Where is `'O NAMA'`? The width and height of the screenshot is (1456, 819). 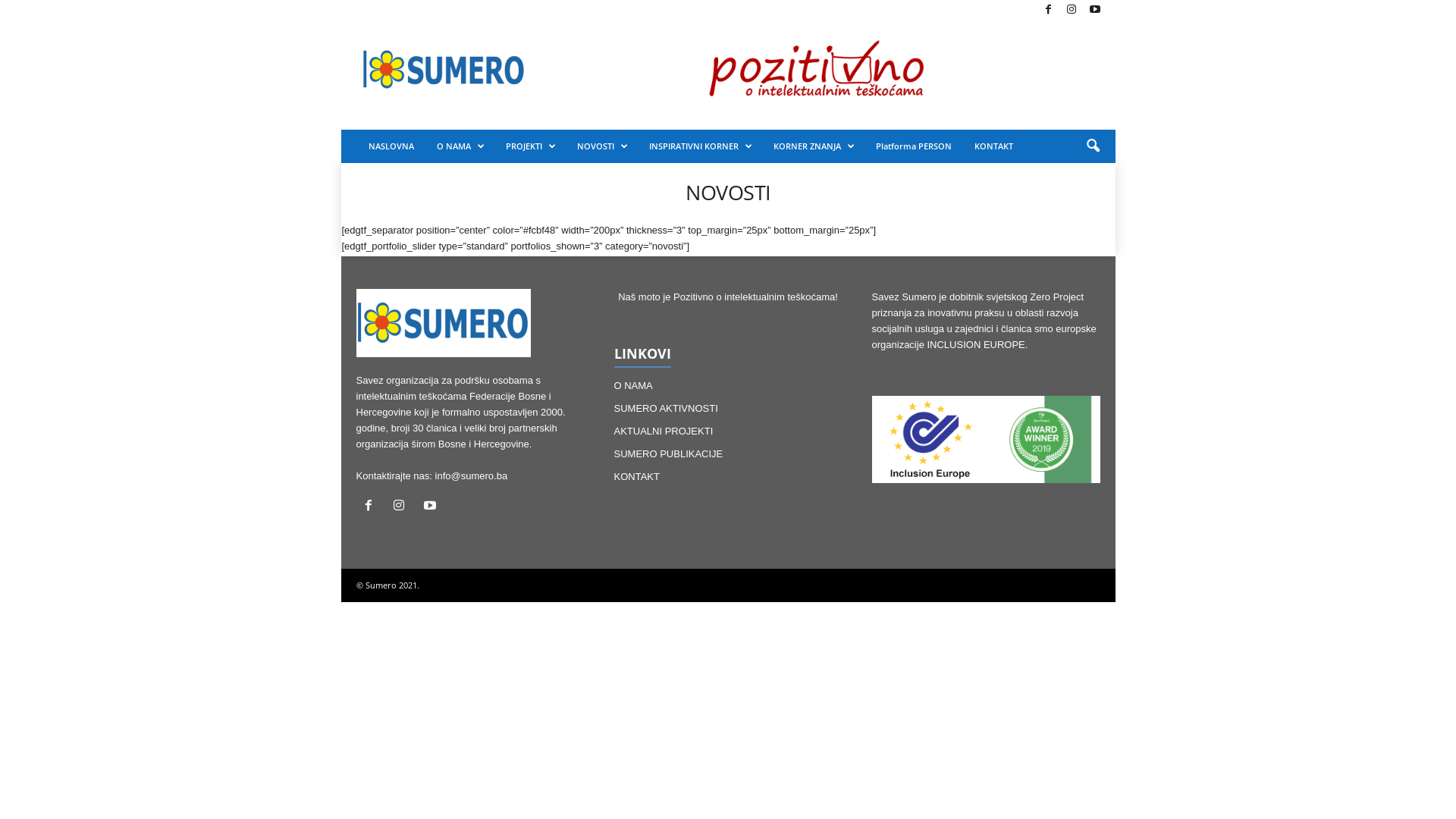
'O NAMA' is located at coordinates (458, 146).